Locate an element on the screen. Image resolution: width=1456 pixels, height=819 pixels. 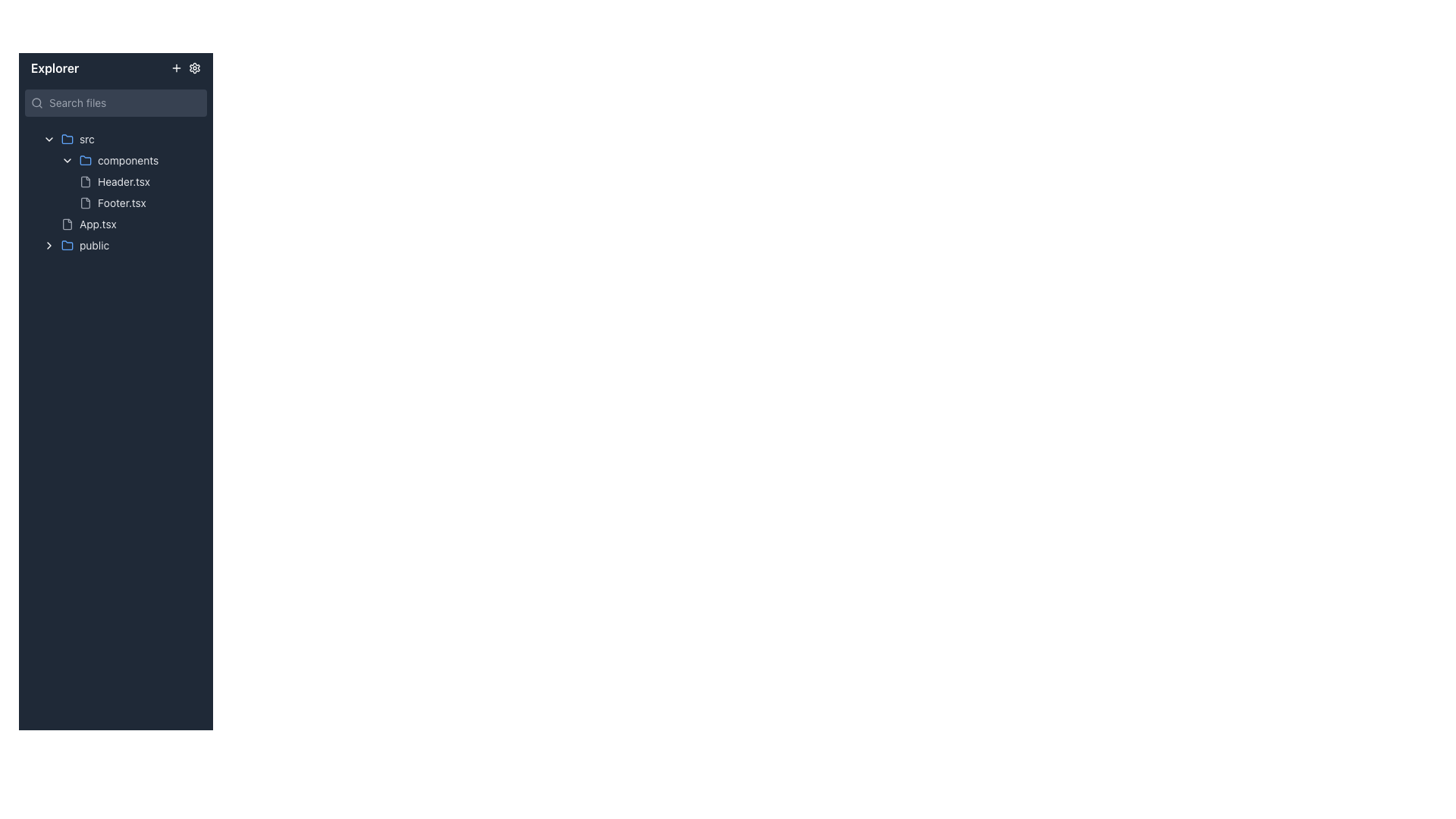
the blue folder icon representing the 'components' sub-folder in the vertical navigation panel is located at coordinates (85, 160).